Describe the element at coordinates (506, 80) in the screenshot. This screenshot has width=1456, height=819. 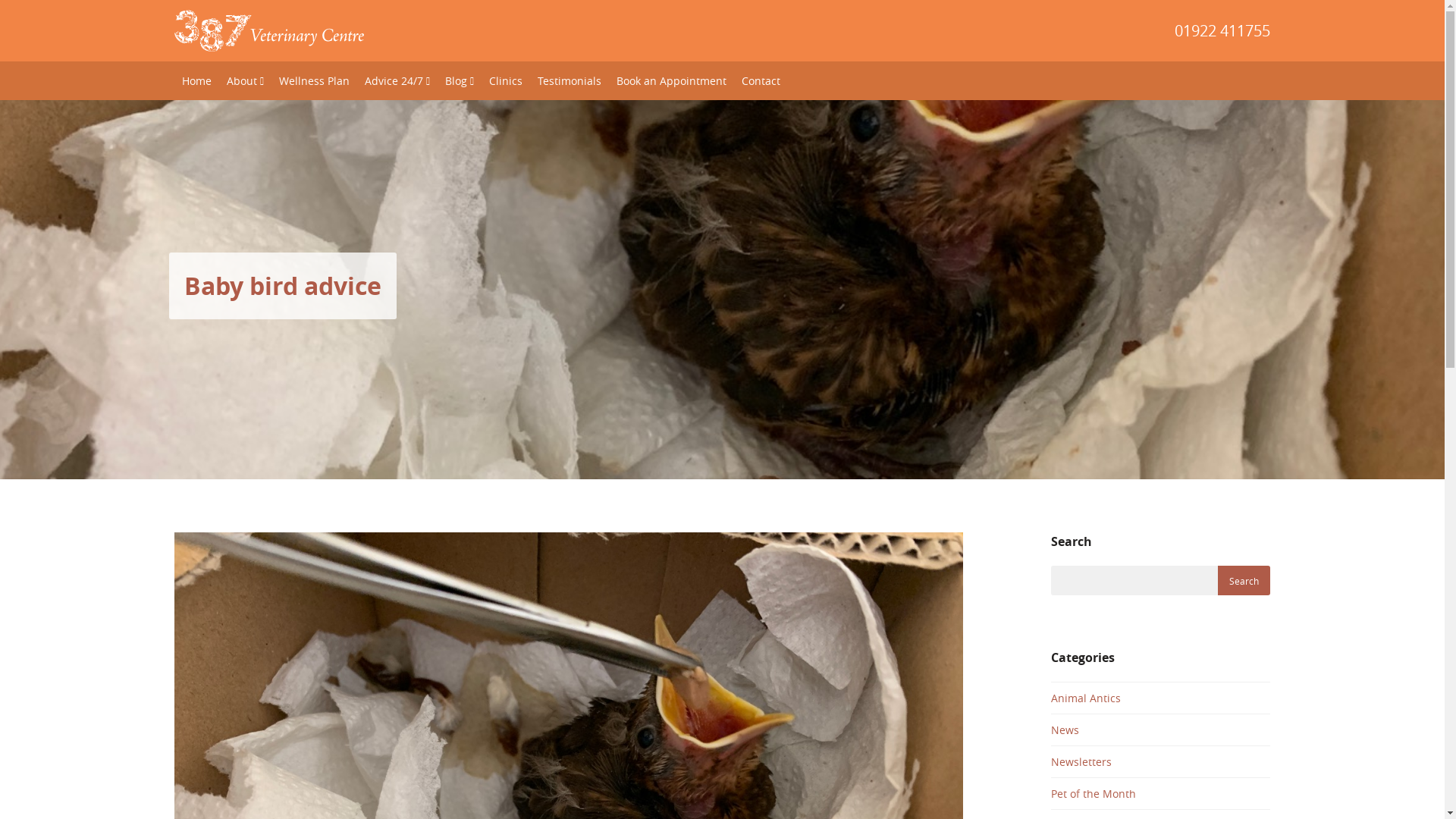
I see `'Clinics'` at that location.